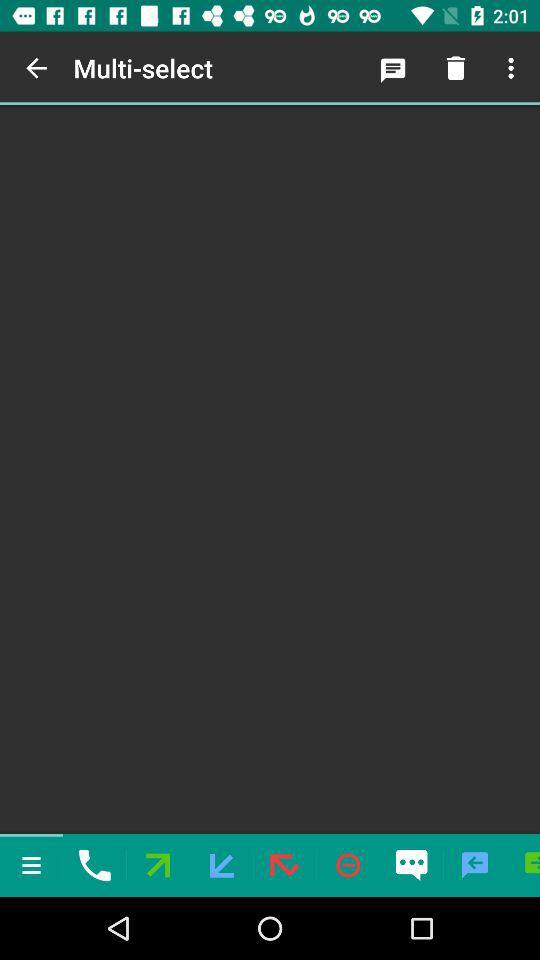  What do you see at coordinates (270, 469) in the screenshot?
I see `blank screen` at bounding box center [270, 469].